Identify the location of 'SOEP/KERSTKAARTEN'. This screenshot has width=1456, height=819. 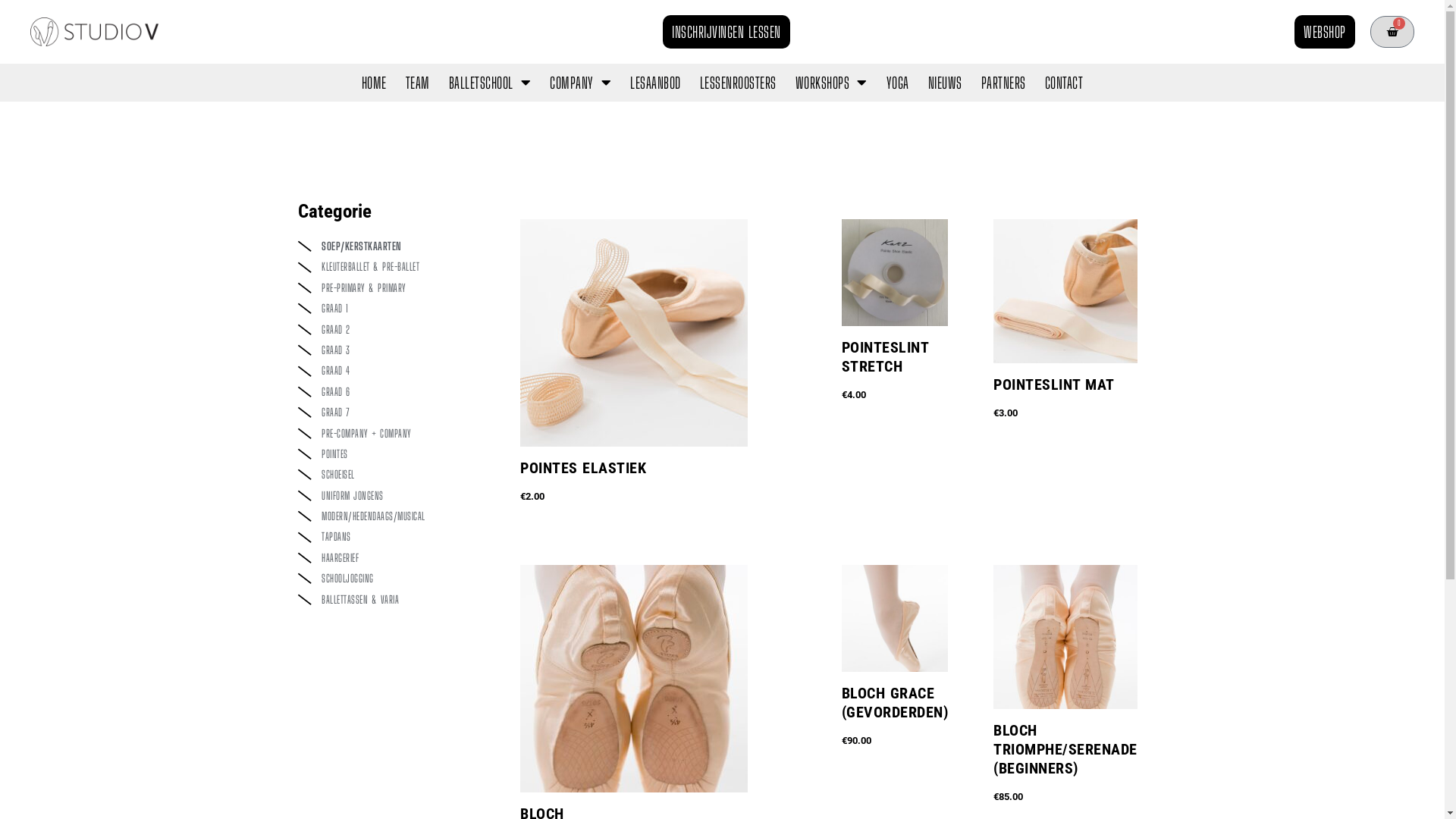
(393, 245).